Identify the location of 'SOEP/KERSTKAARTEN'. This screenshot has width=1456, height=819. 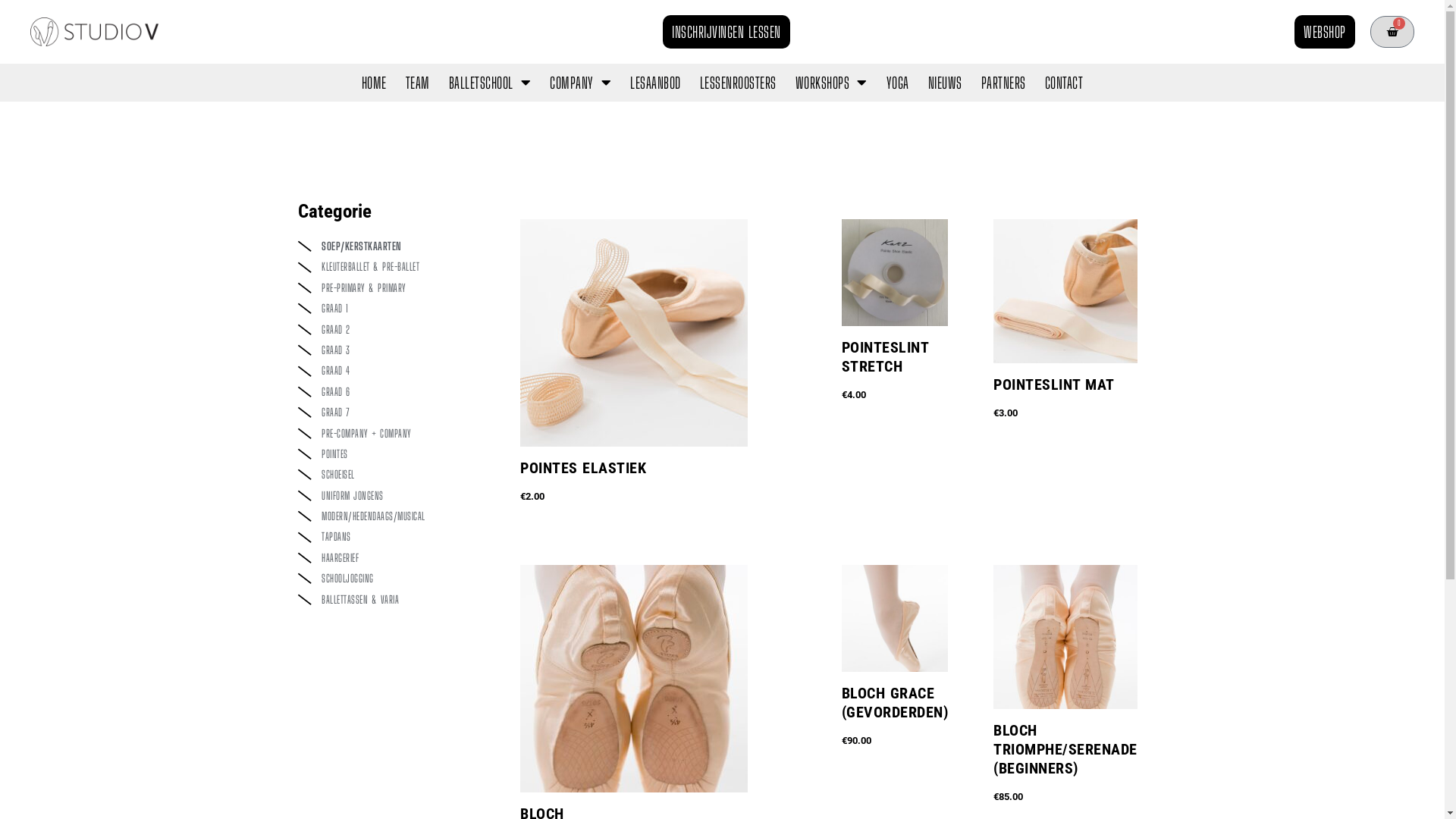
(393, 245).